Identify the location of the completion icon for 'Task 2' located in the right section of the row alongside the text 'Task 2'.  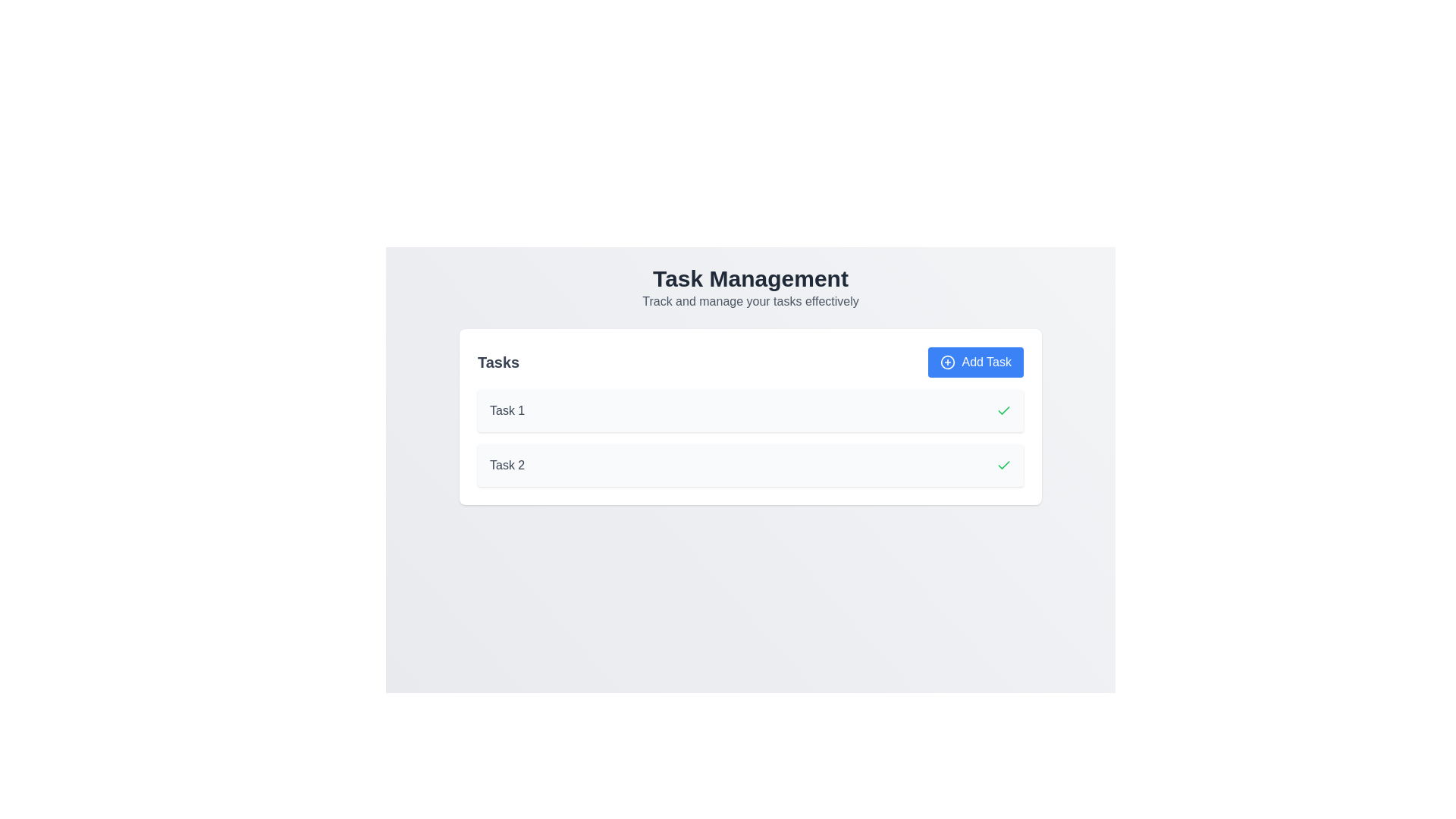
(1004, 464).